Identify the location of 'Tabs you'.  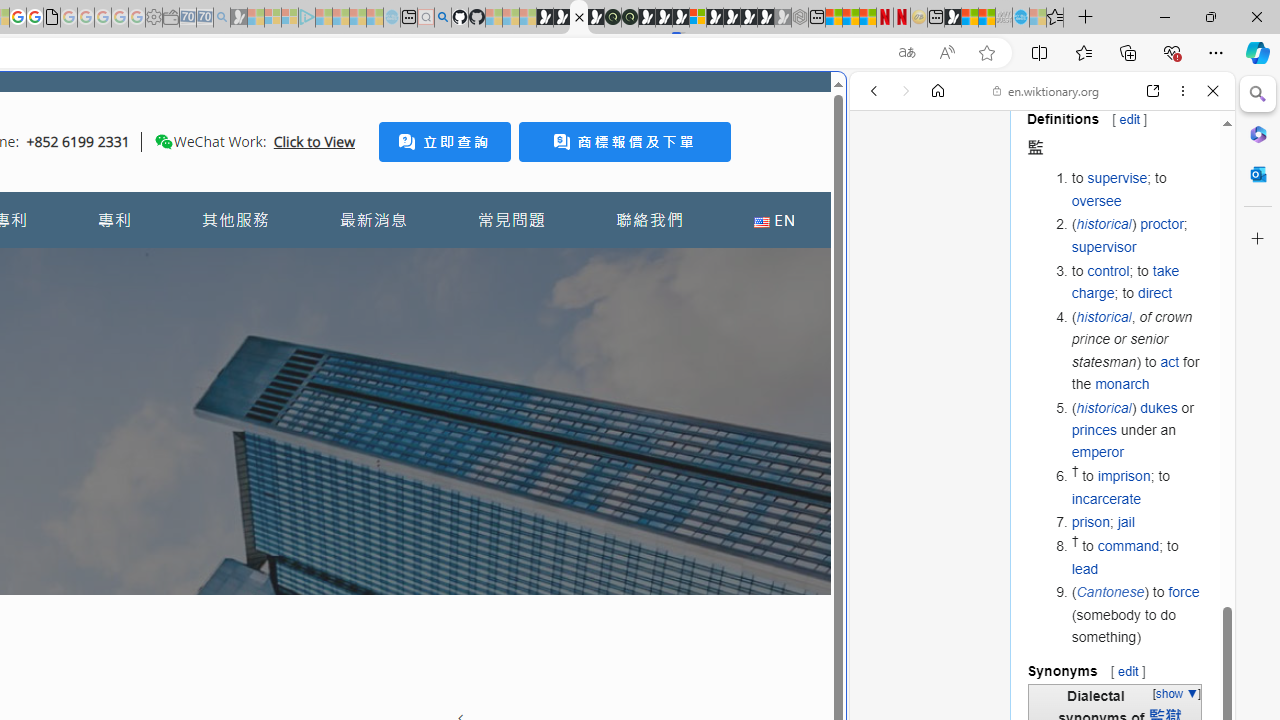
(276, 265).